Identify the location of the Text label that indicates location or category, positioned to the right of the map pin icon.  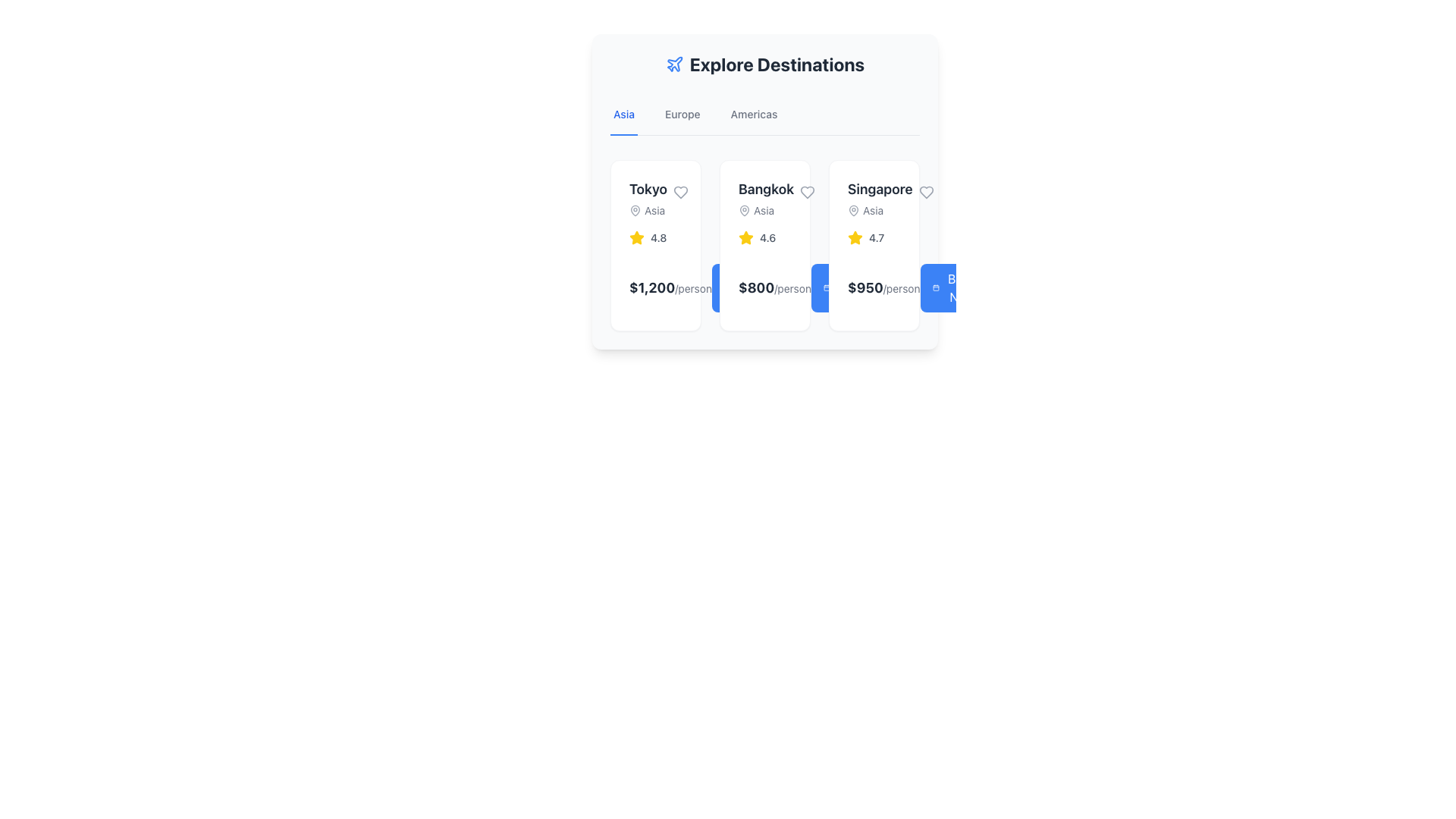
(654, 210).